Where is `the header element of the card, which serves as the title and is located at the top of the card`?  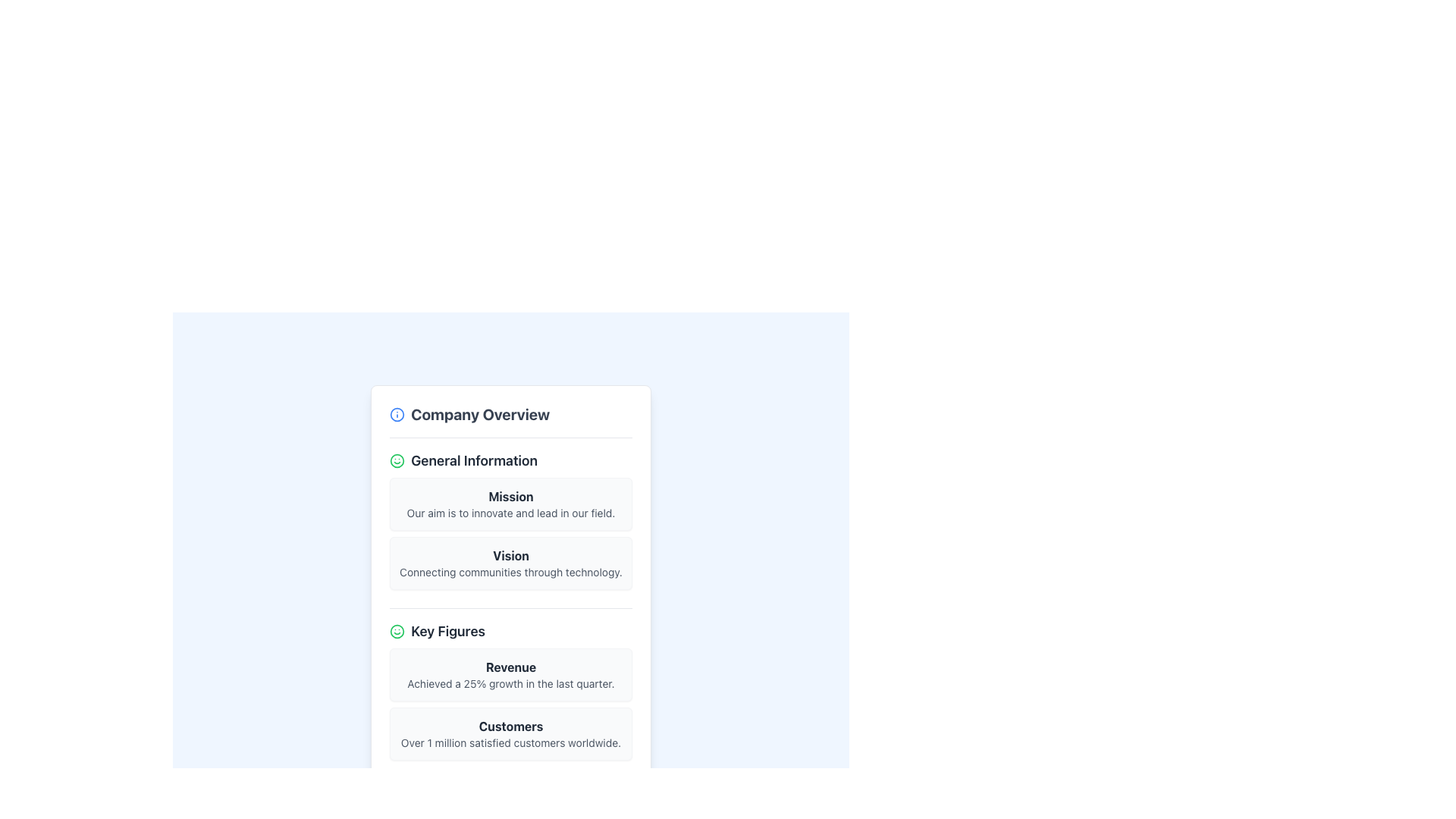 the header element of the card, which serves as the title and is located at the top of the card is located at coordinates (510, 415).